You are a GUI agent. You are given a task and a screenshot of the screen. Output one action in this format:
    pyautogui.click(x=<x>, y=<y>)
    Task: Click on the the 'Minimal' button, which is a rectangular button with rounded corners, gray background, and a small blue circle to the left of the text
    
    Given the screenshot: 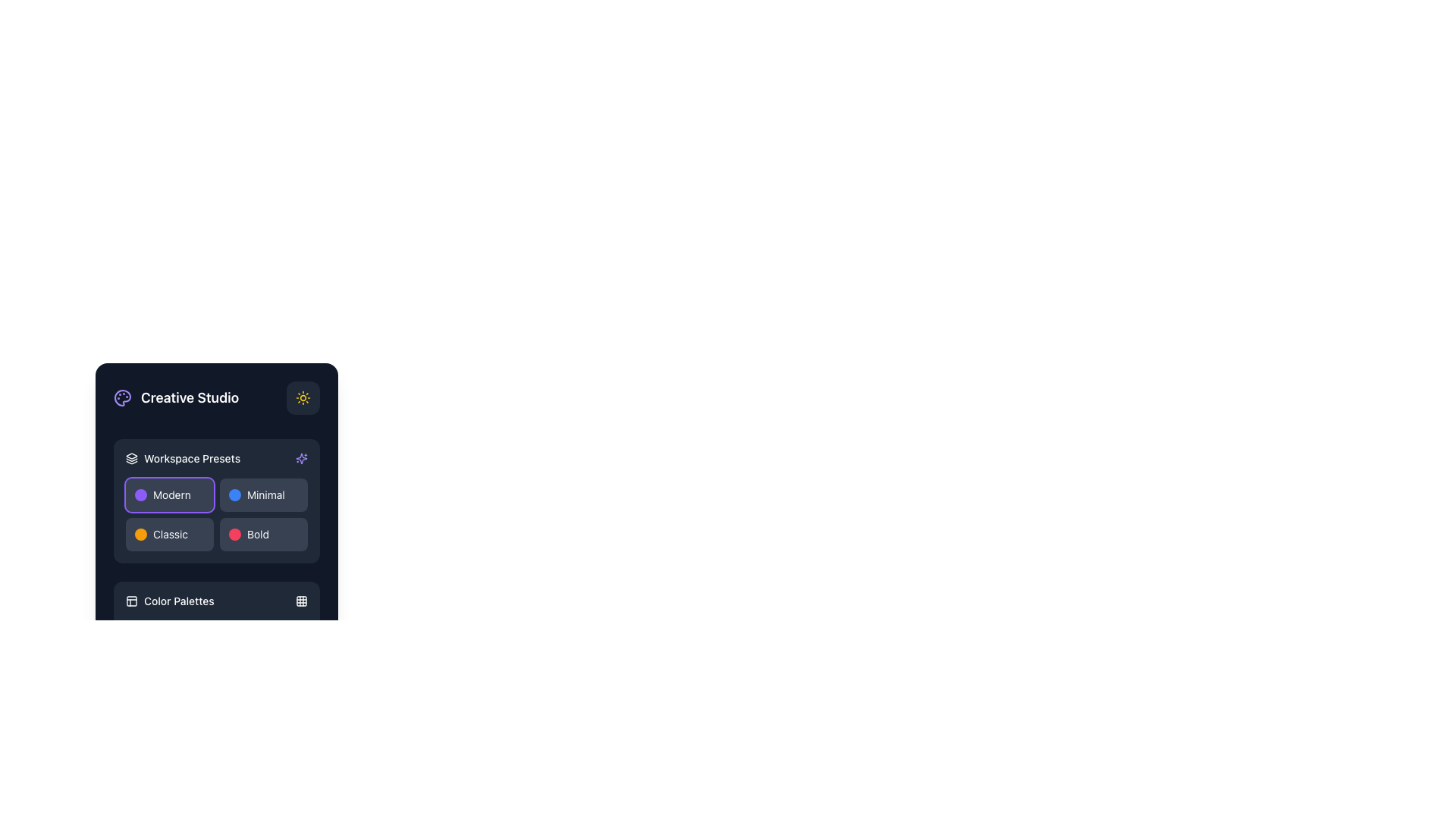 What is the action you would take?
    pyautogui.click(x=263, y=494)
    